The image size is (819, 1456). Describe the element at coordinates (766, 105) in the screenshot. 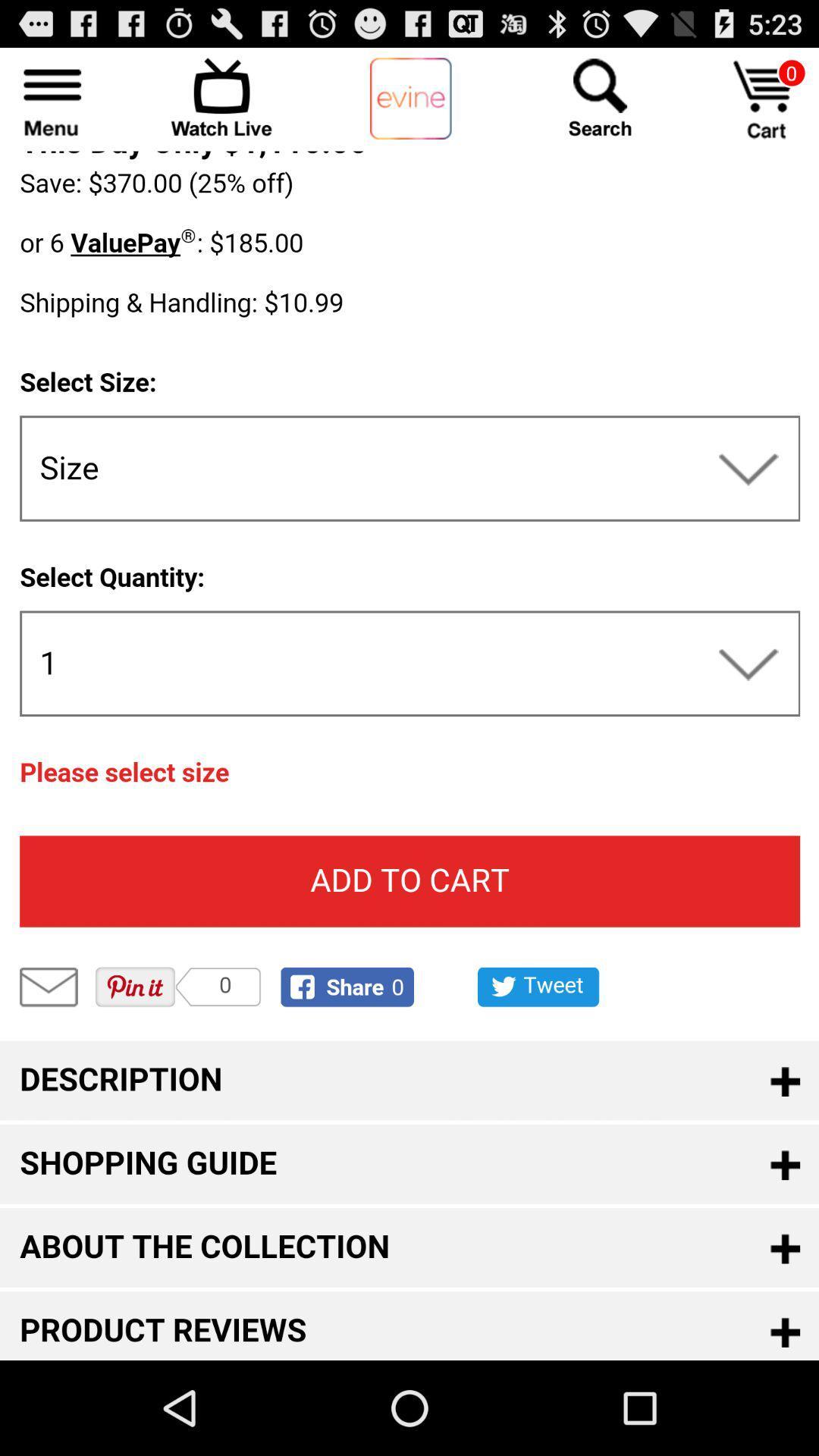

I see `the cart icon` at that location.